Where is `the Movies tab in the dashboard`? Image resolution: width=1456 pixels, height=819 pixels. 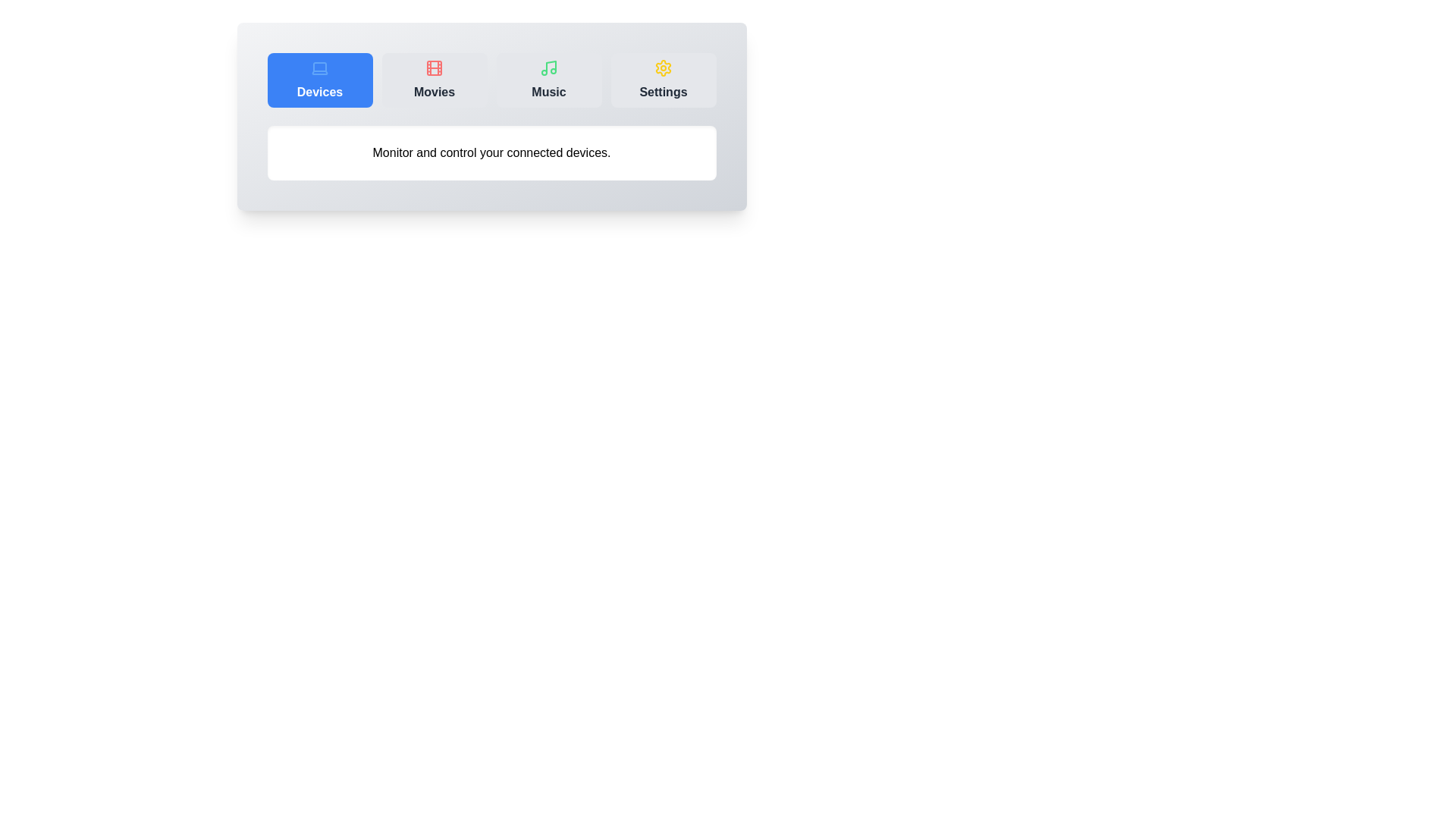
the Movies tab in the dashboard is located at coordinates (433, 80).